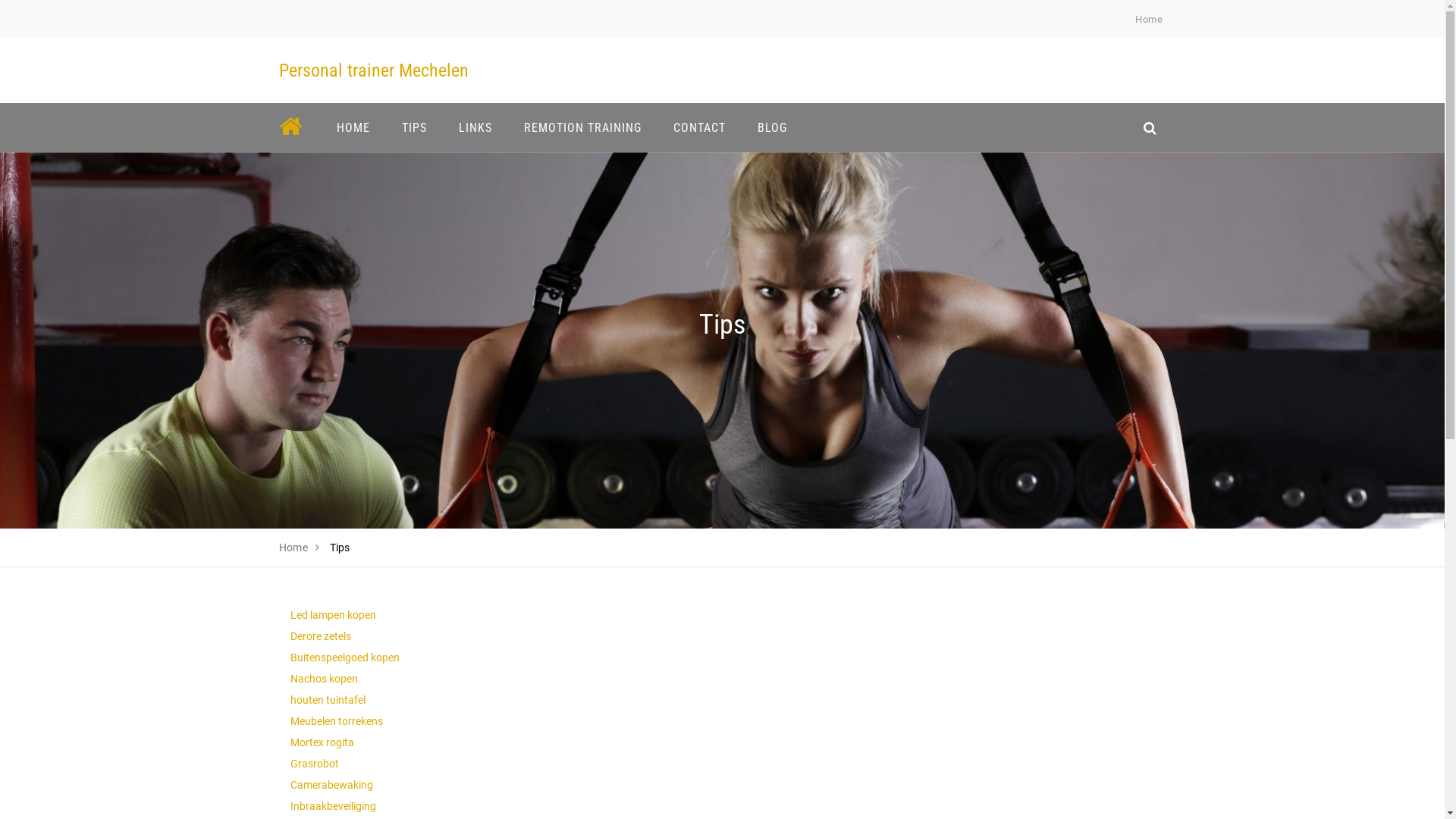 The width and height of the screenshot is (1456, 819). I want to click on 'Led lampen kopen', so click(331, 614).